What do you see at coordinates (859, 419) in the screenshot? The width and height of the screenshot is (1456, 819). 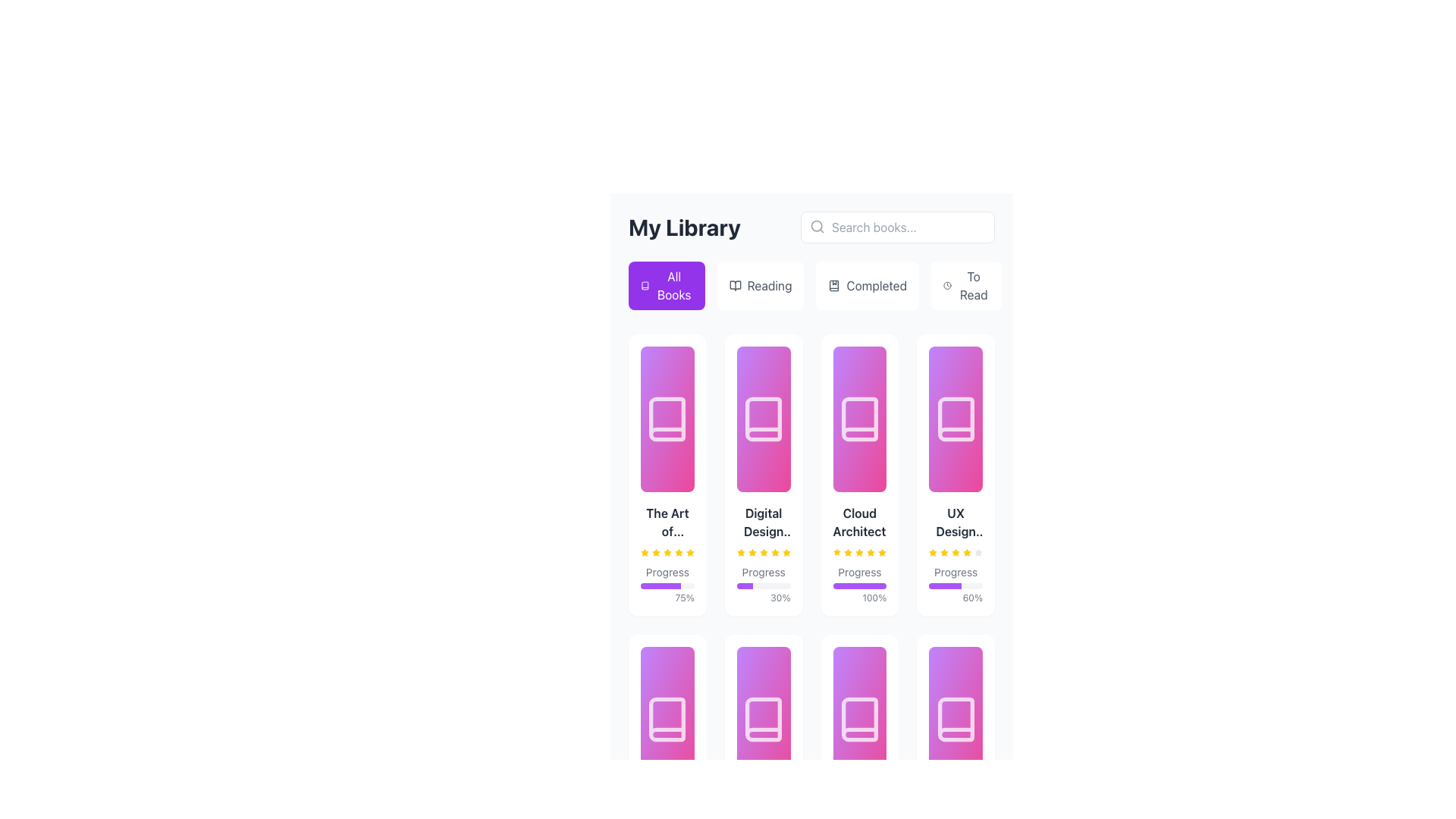 I see `the book icon located in the 'My Library' section, which features a white semi-transparent design resembling a book with a rounded rectangular outline` at bounding box center [859, 419].